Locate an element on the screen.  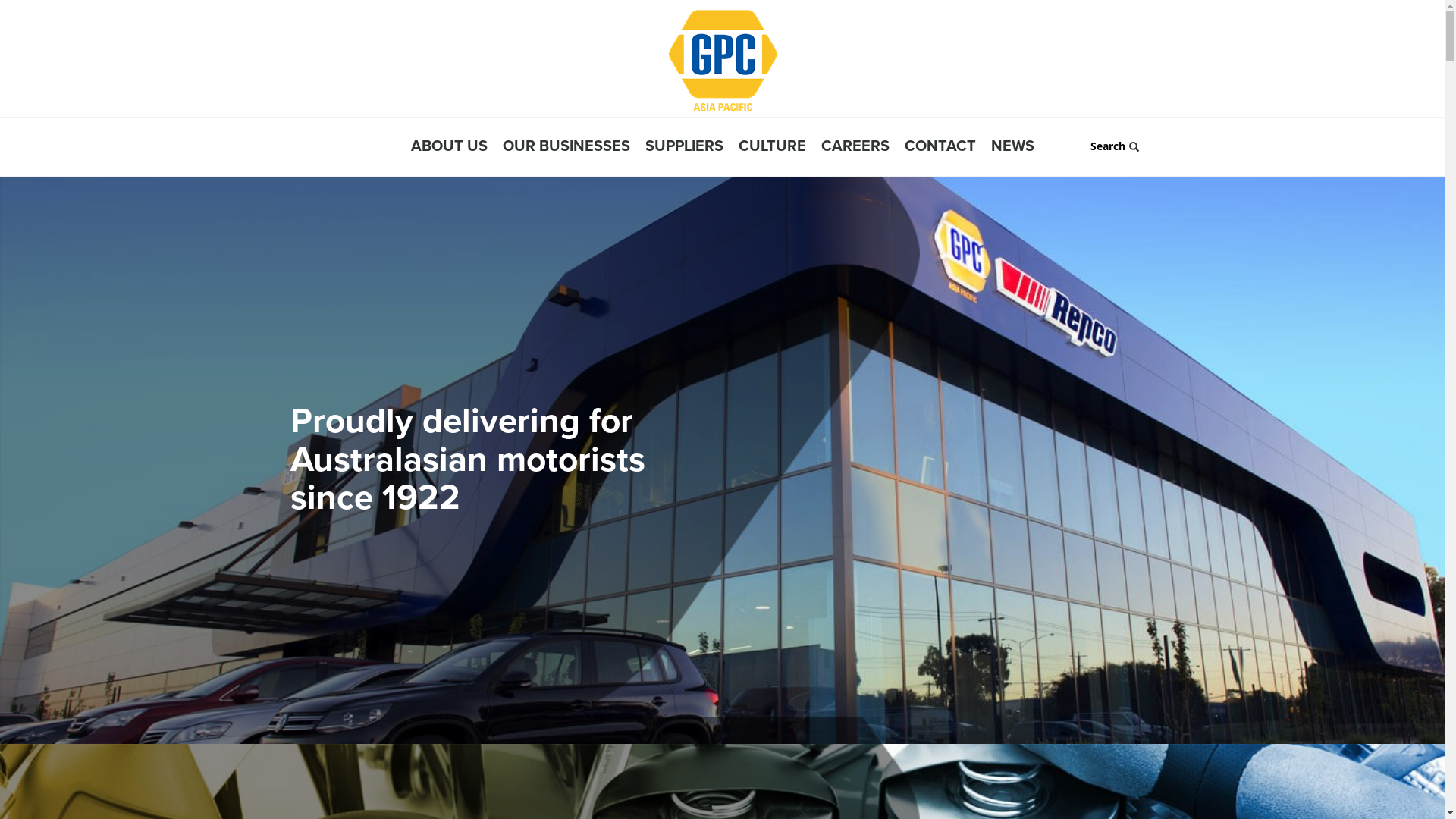
'NEWS' is located at coordinates (1012, 148).